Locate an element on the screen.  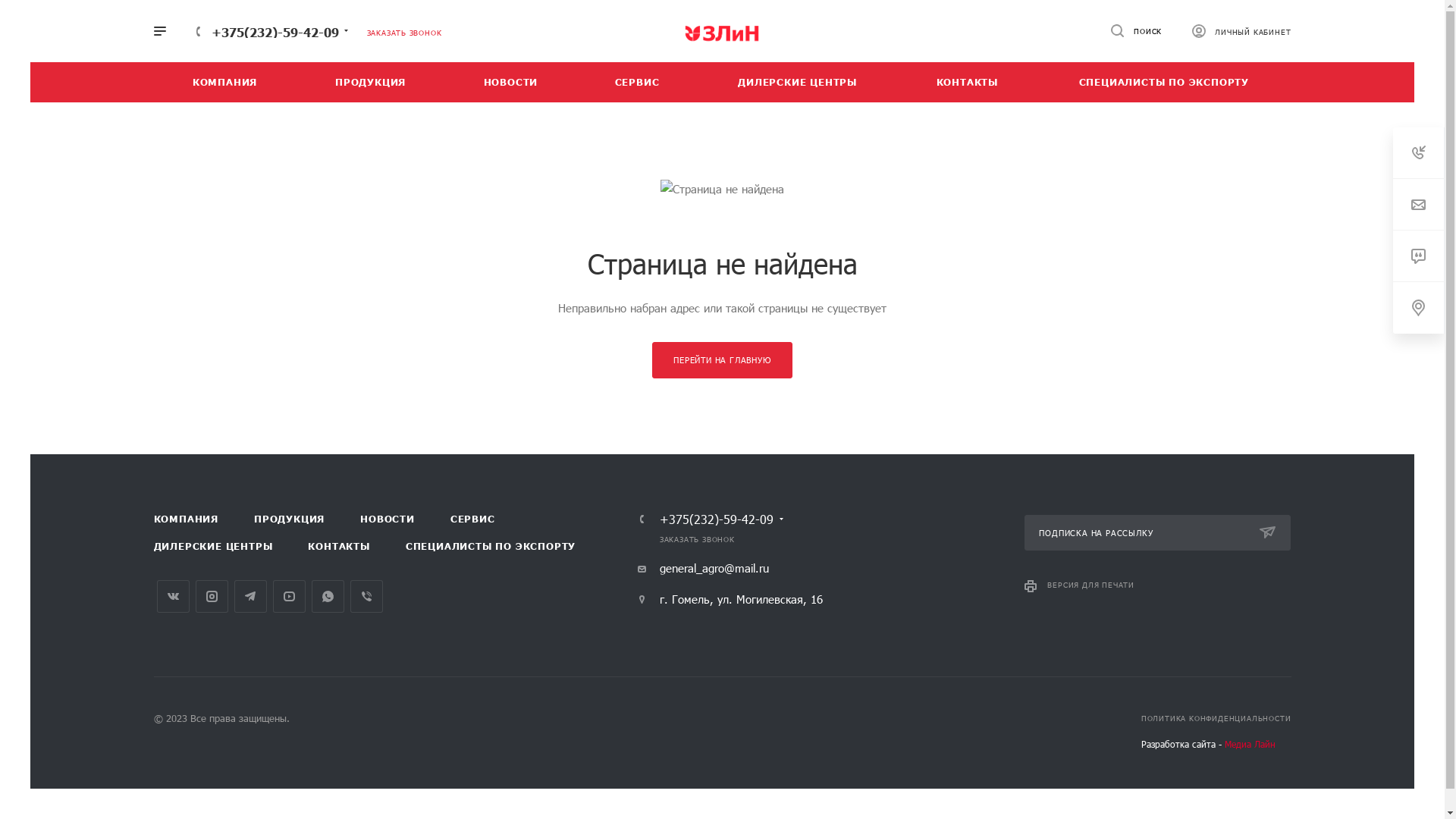
'Viber' is located at coordinates (366, 595).